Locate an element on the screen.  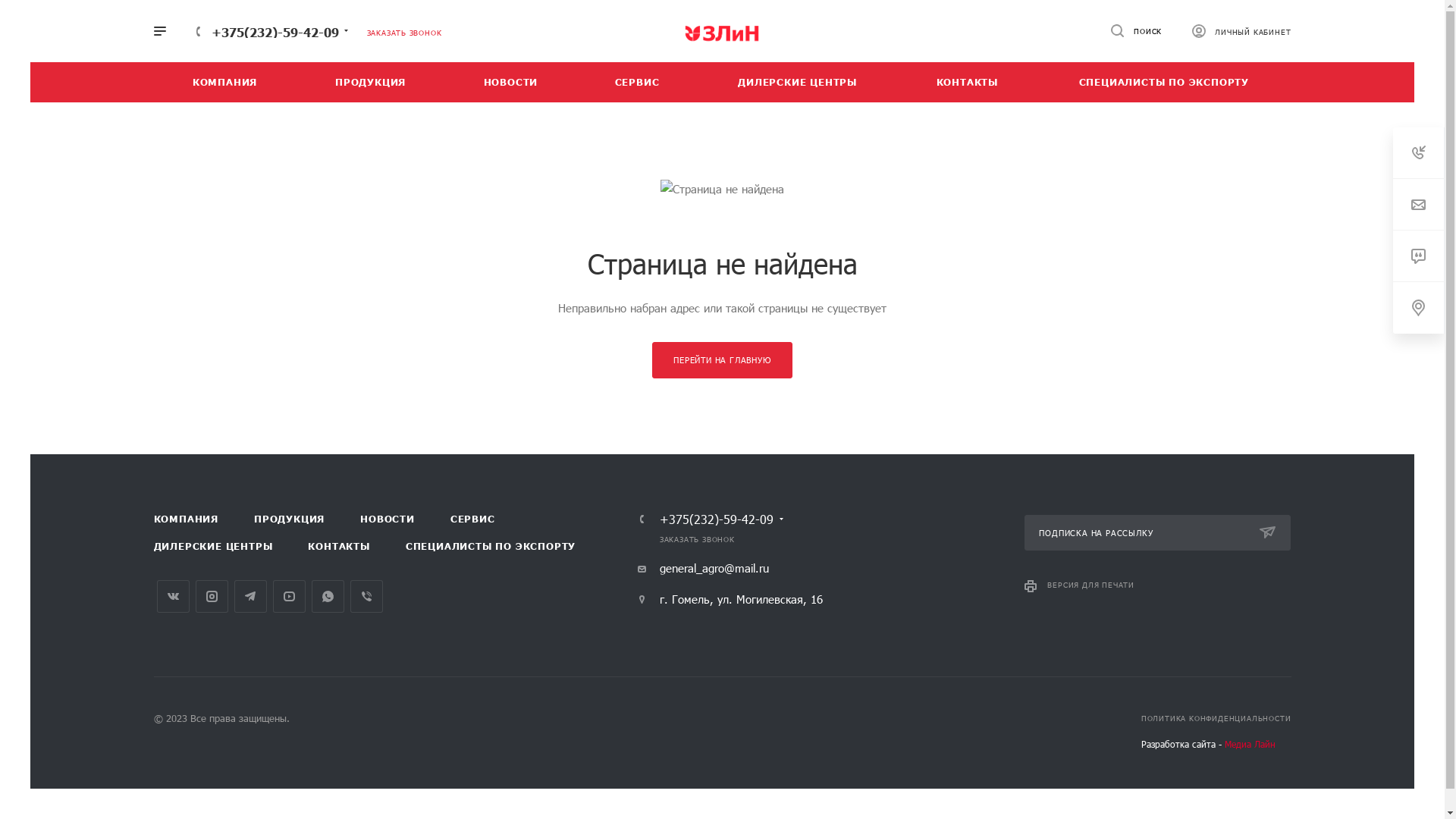
'Viber' is located at coordinates (366, 595).